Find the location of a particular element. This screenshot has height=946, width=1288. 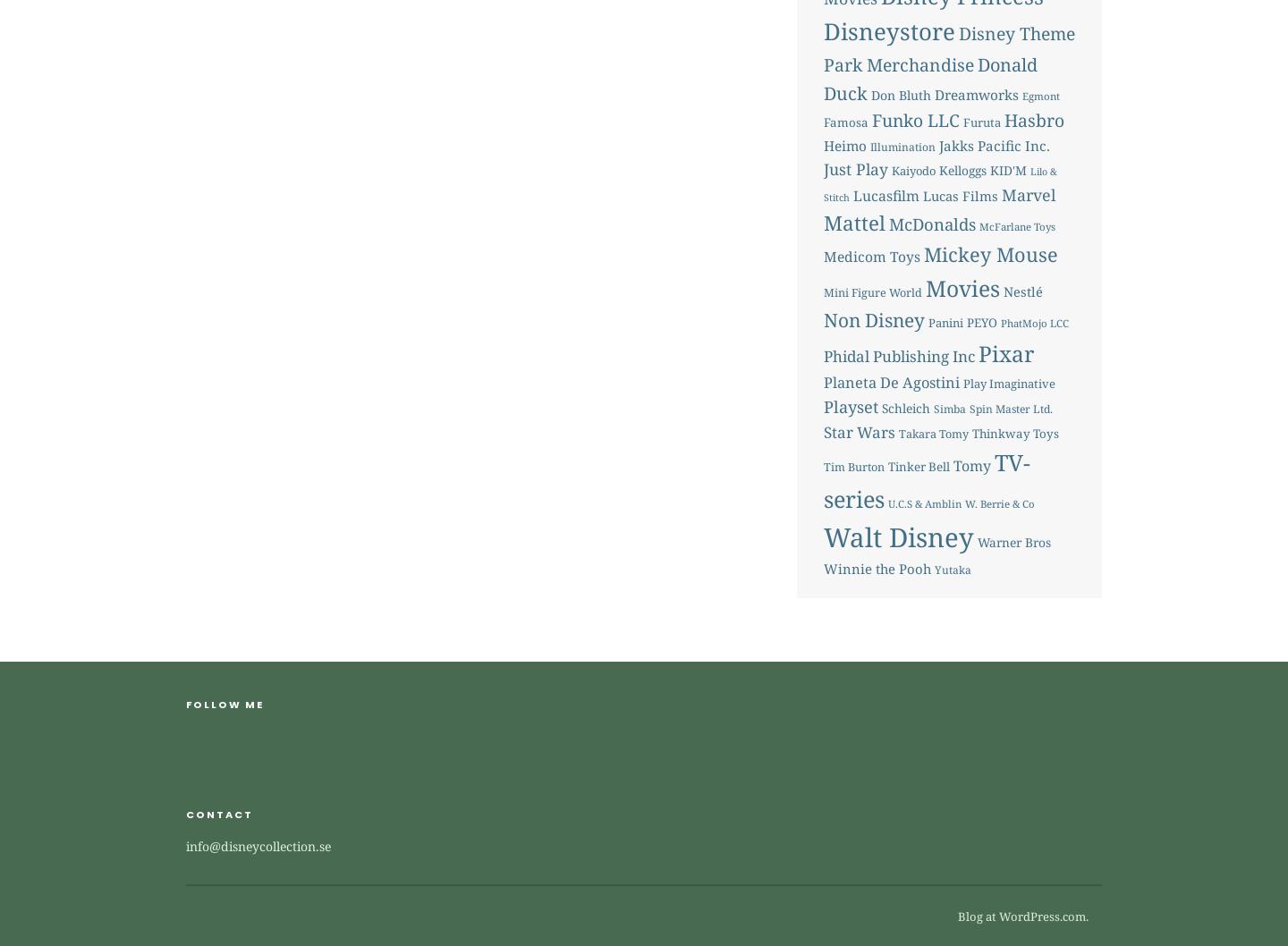

'Walt Disney' is located at coordinates (896, 536).